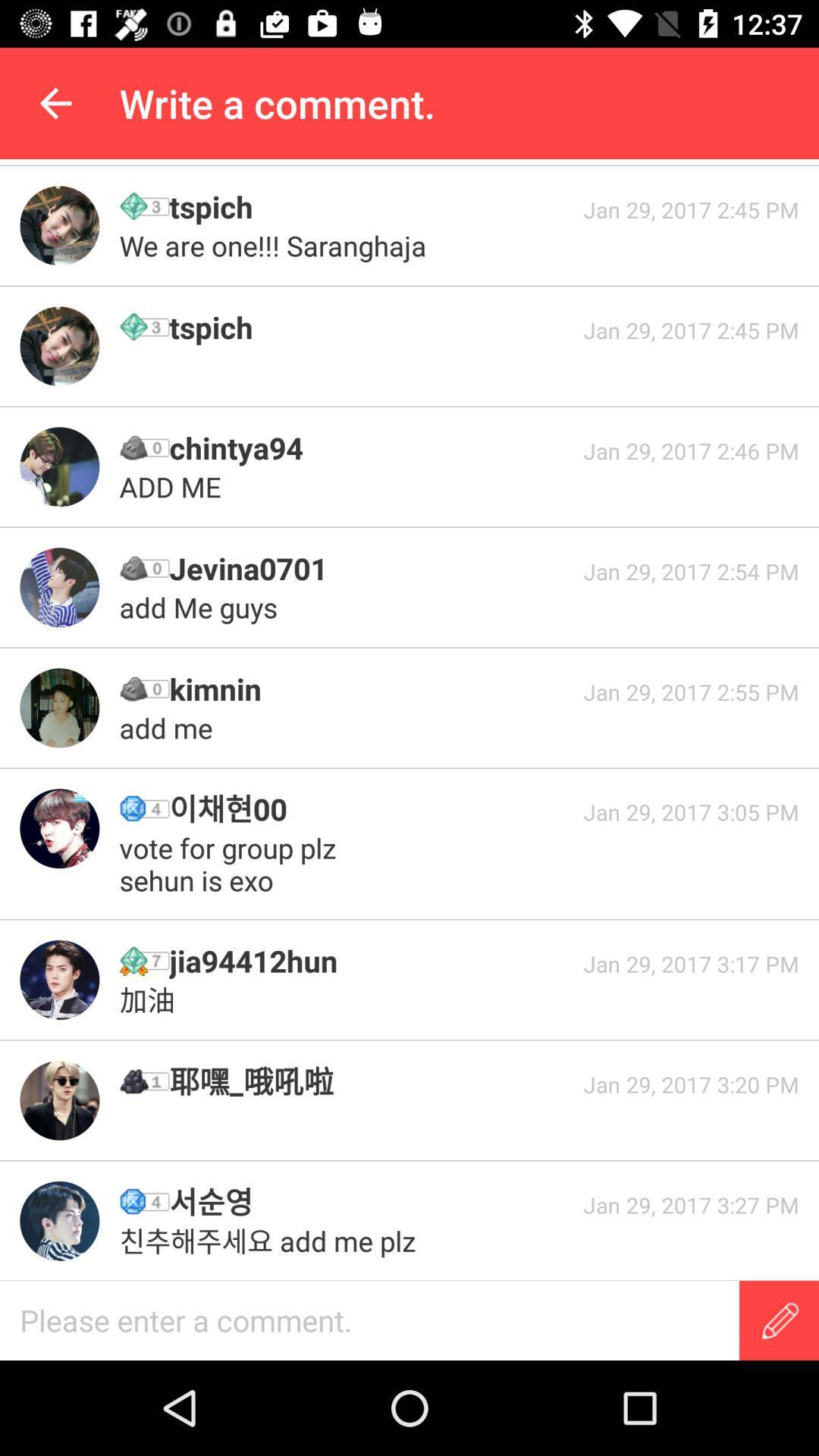 This screenshot has width=819, height=1456. What do you see at coordinates (231, 864) in the screenshot?
I see `the item next to jan 29 2017` at bounding box center [231, 864].